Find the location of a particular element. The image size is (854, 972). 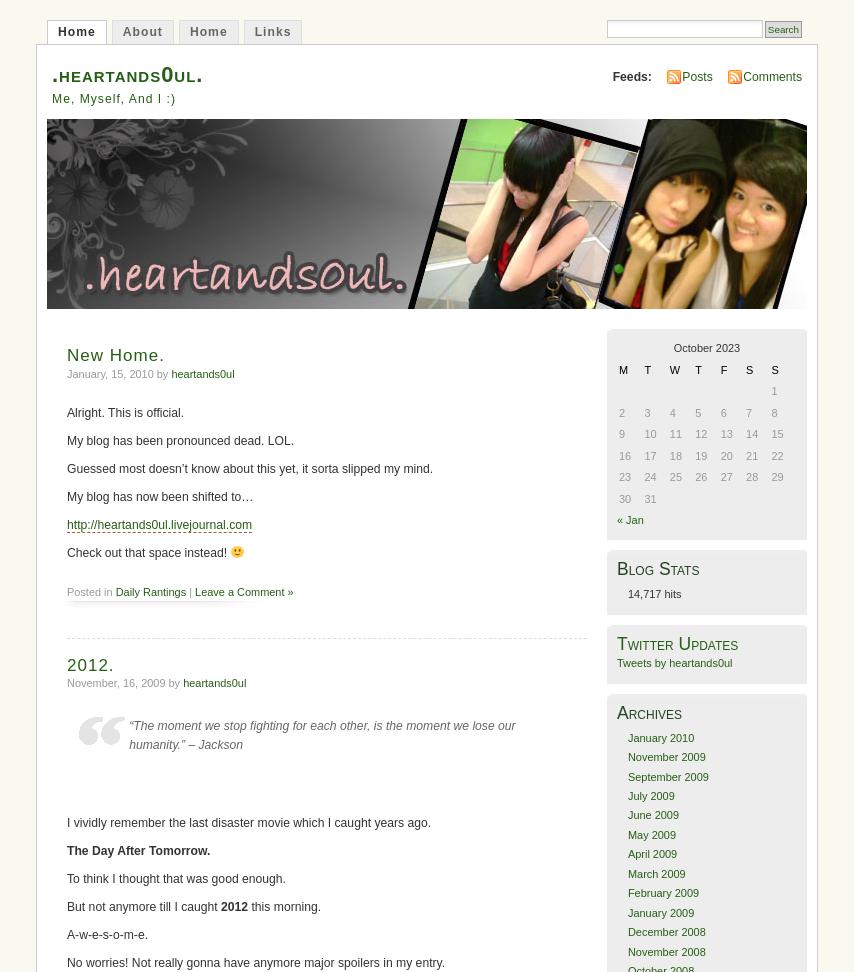

'11' is located at coordinates (674, 432).